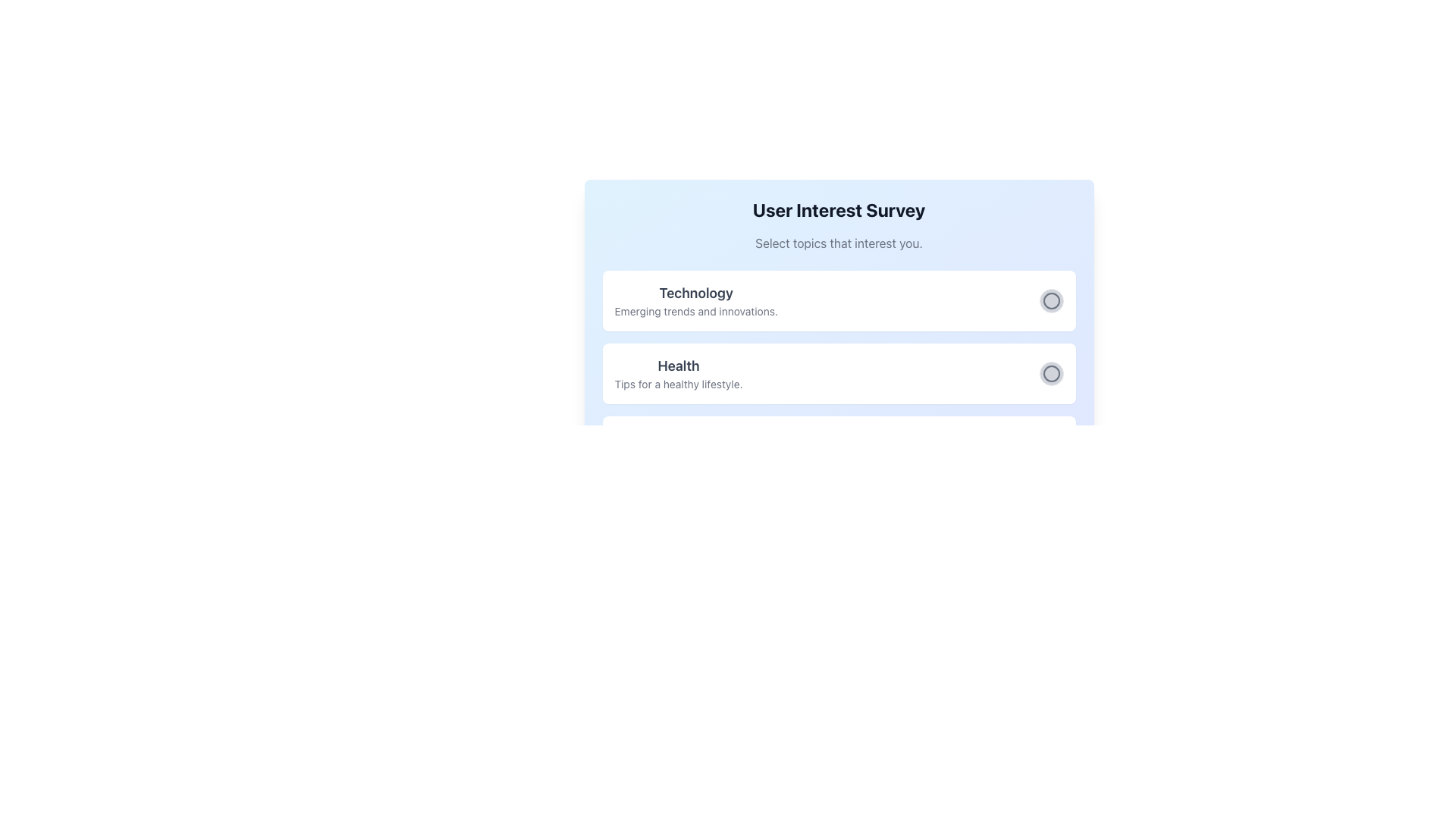 The width and height of the screenshot is (1456, 819). Describe the element at coordinates (1050, 301) in the screenshot. I see `the circular button with a gray border and background, located on the right side of the 'Technology' section to make a selection` at that location.